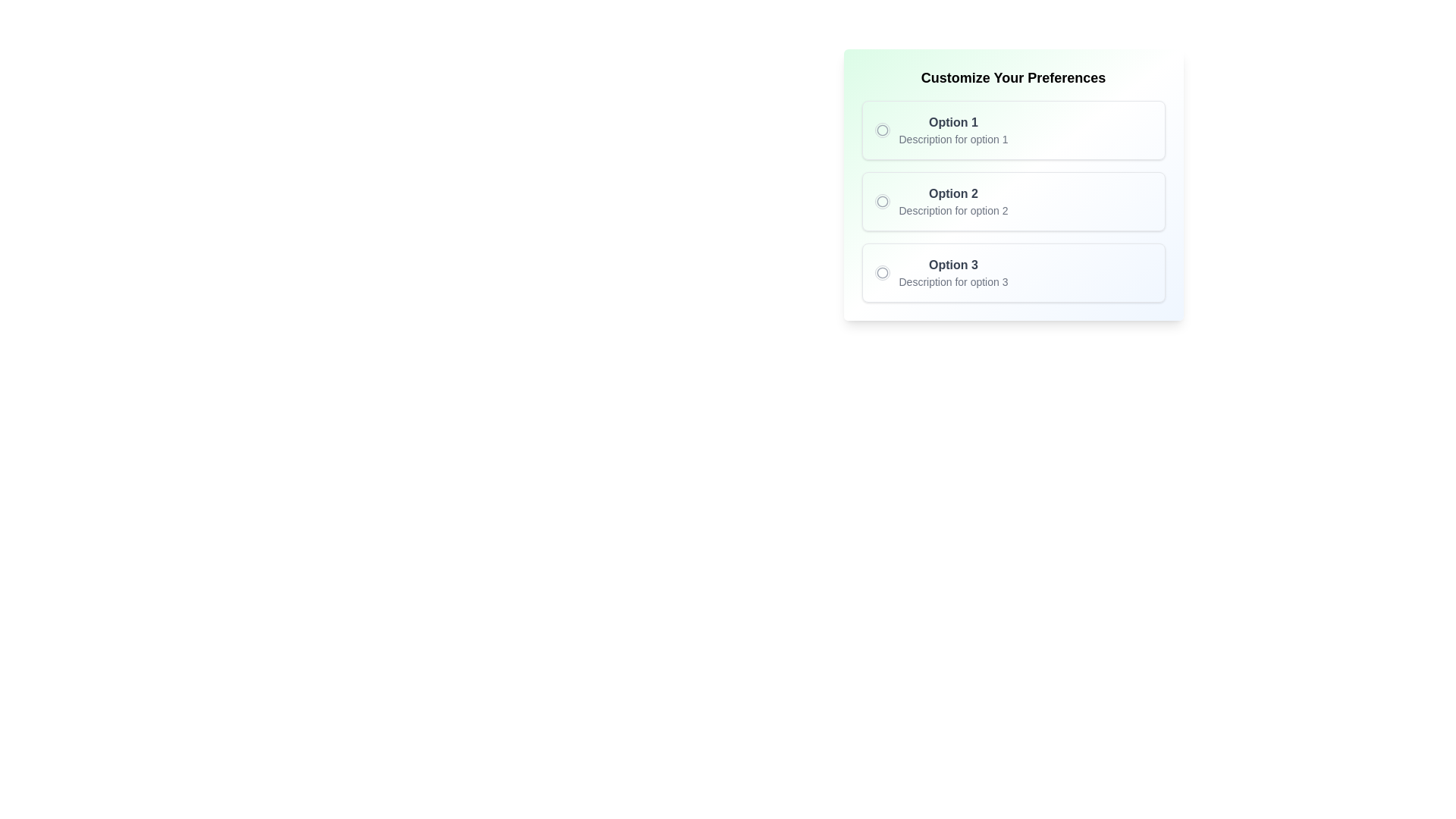  What do you see at coordinates (952, 271) in the screenshot?
I see `the 'Option 3' text label which is the third selectable option in a vertical list of options` at bounding box center [952, 271].